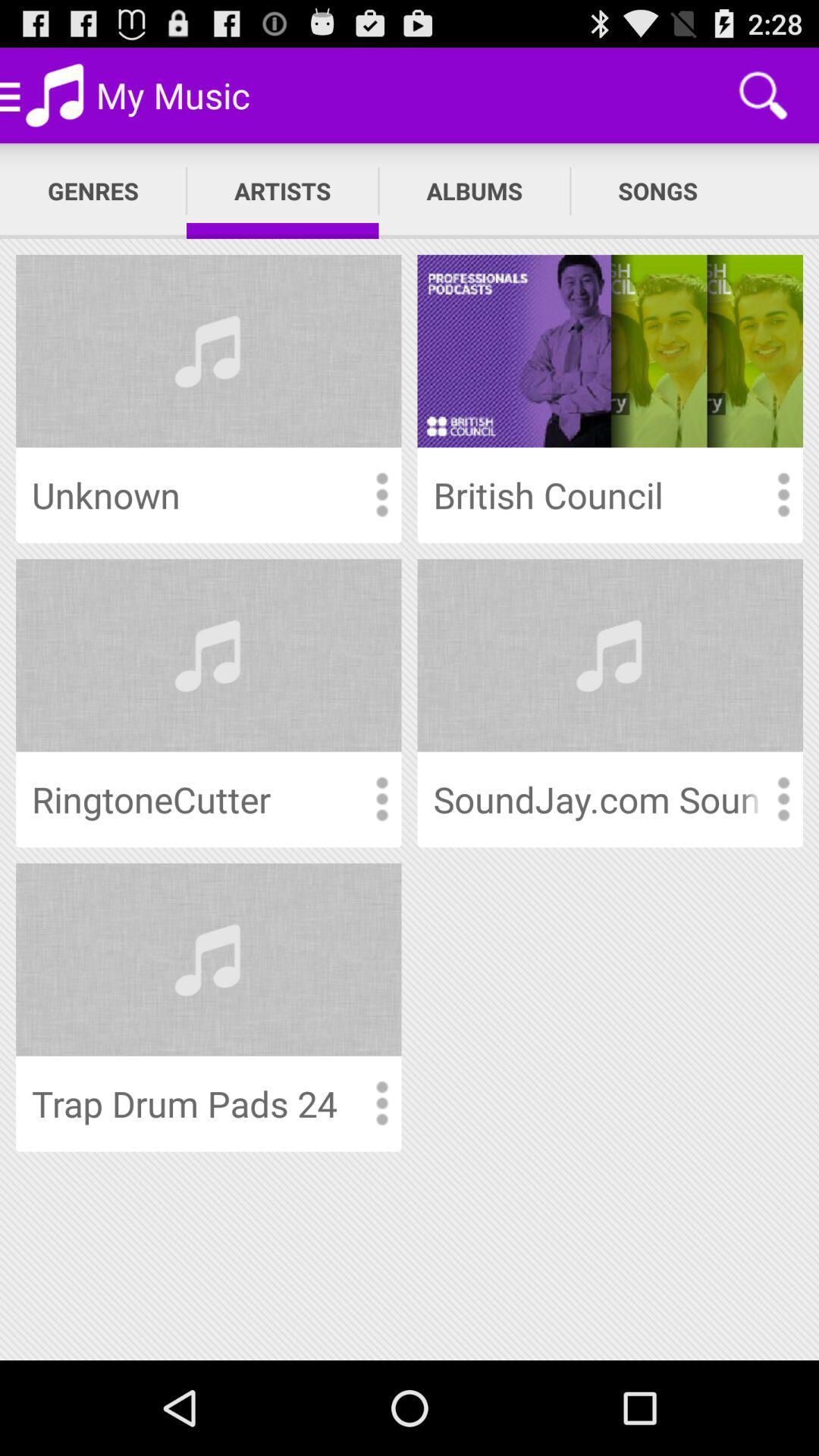 The image size is (819, 1456). Describe the element at coordinates (381, 799) in the screenshot. I see `more information` at that location.